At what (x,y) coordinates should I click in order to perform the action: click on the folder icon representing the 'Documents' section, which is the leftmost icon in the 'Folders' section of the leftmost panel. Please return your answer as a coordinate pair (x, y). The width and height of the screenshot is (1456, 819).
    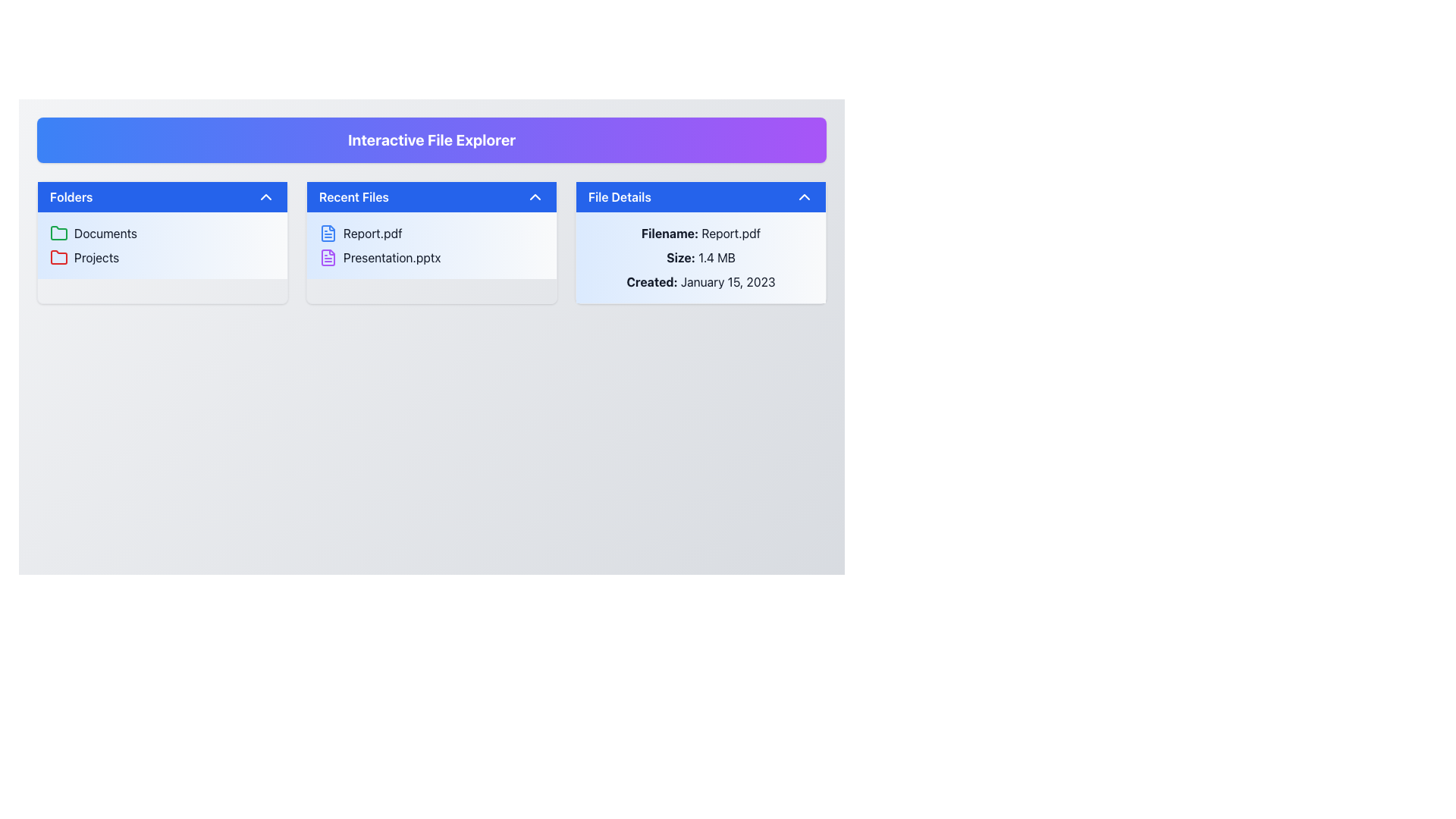
    Looking at the image, I should click on (58, 234).